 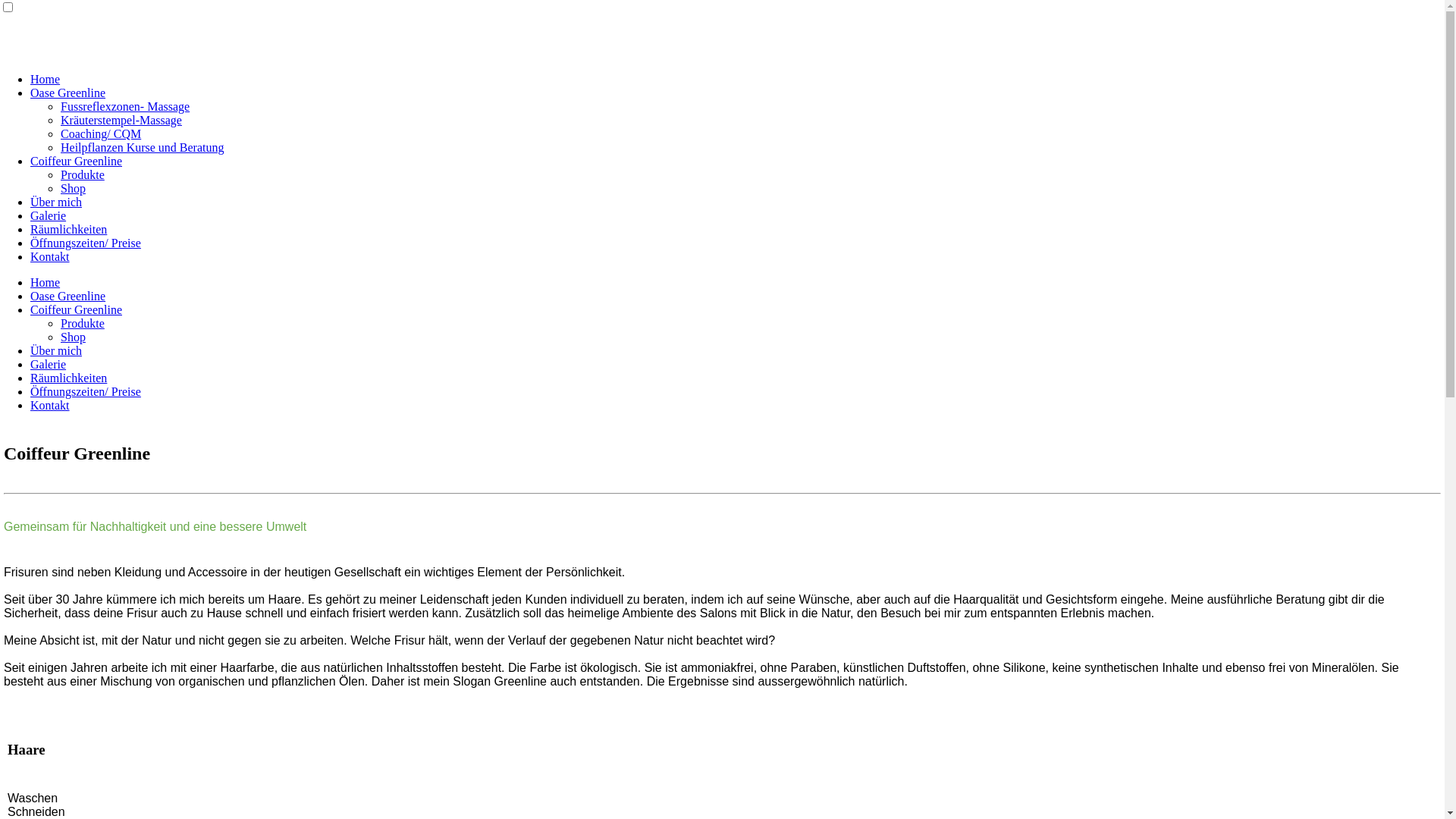 What do you see at coordinates (142, 147) in the screenshot?
I see `'Heilpflanzen Kurse und Beratung'` at bounding box center [142, 147].